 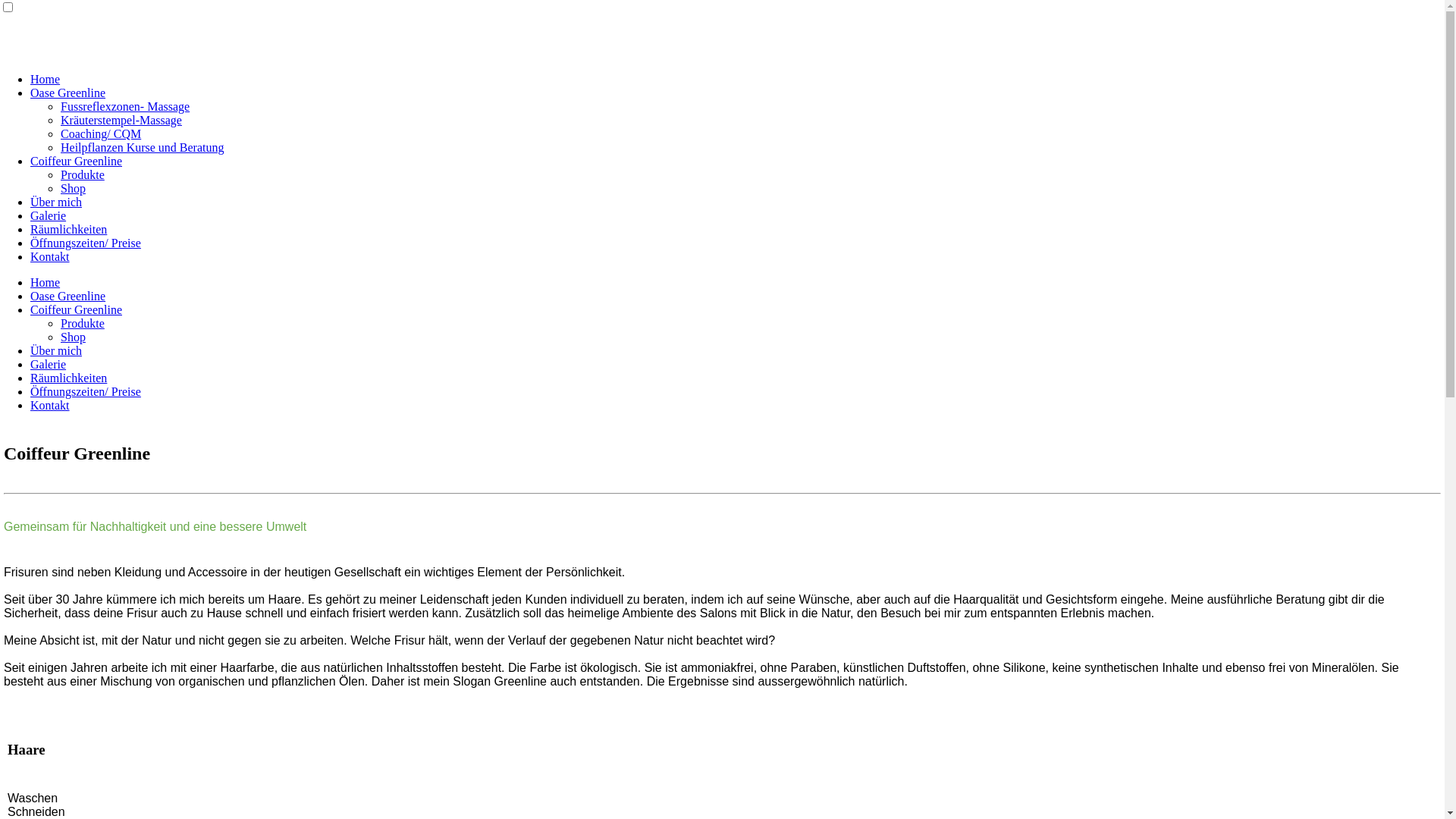 What do you see at coordinates (142, 147) in the screenshot?
I see `'Heilpflanzen Kurse und Beratung'` at bounding box center [142, 147].